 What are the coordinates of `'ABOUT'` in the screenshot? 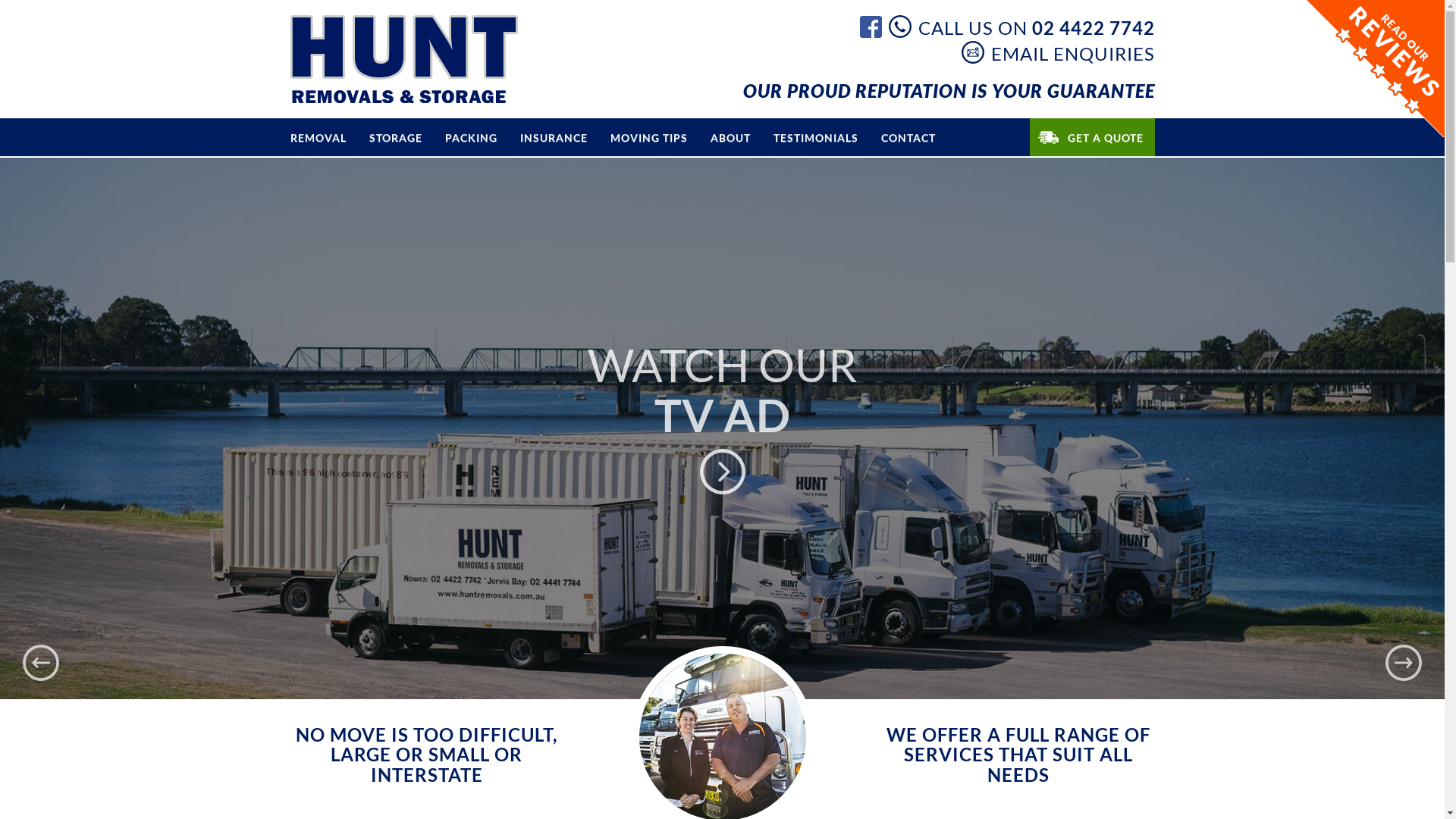 It's located at (730, 137).